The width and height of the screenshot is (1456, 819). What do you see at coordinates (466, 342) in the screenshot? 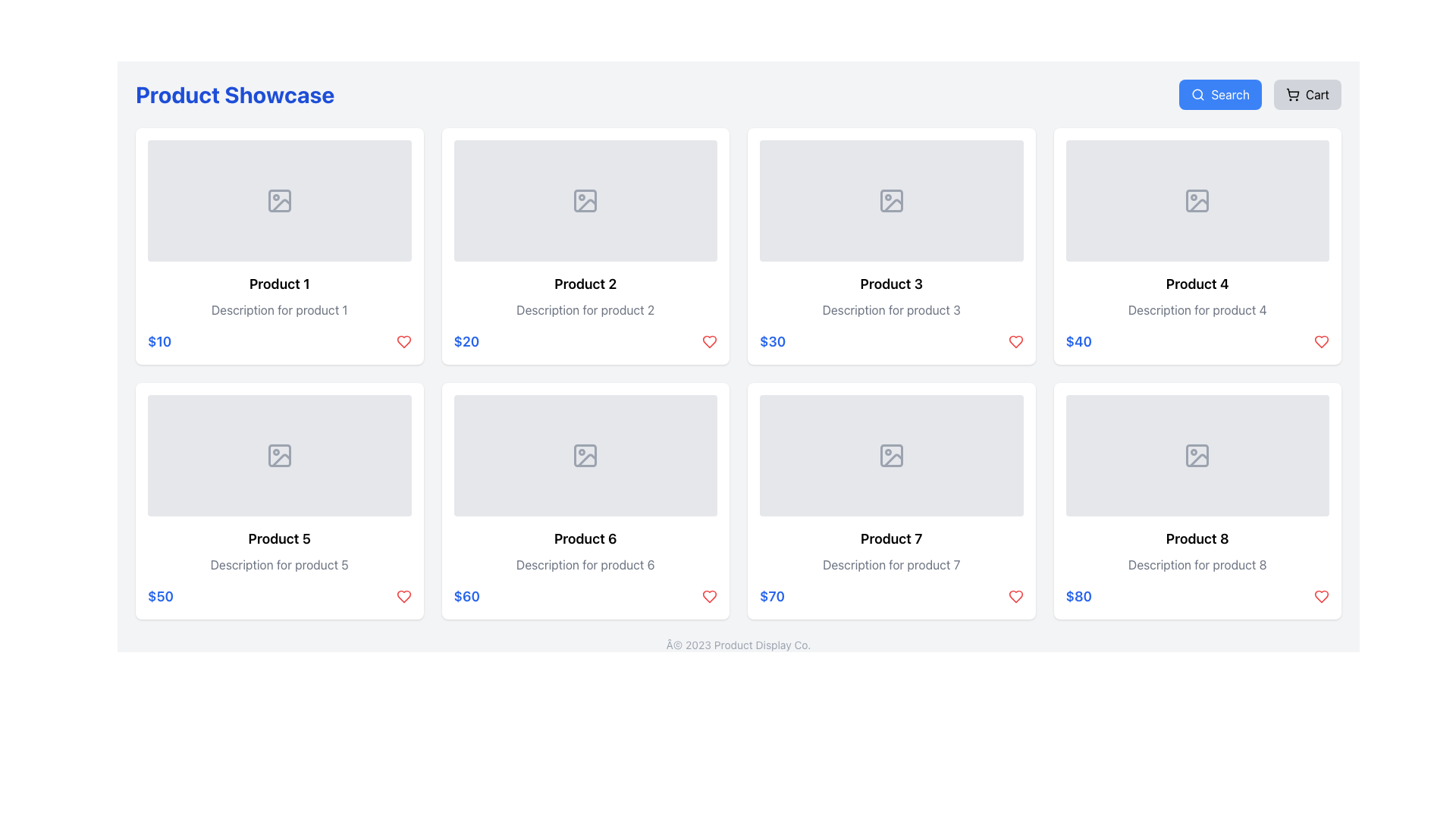
I see `price label located at the bottom-left corner of the second product card in the first row, which is immediately to the left of a heart-shaped icon` at bounding box center [466, 342].